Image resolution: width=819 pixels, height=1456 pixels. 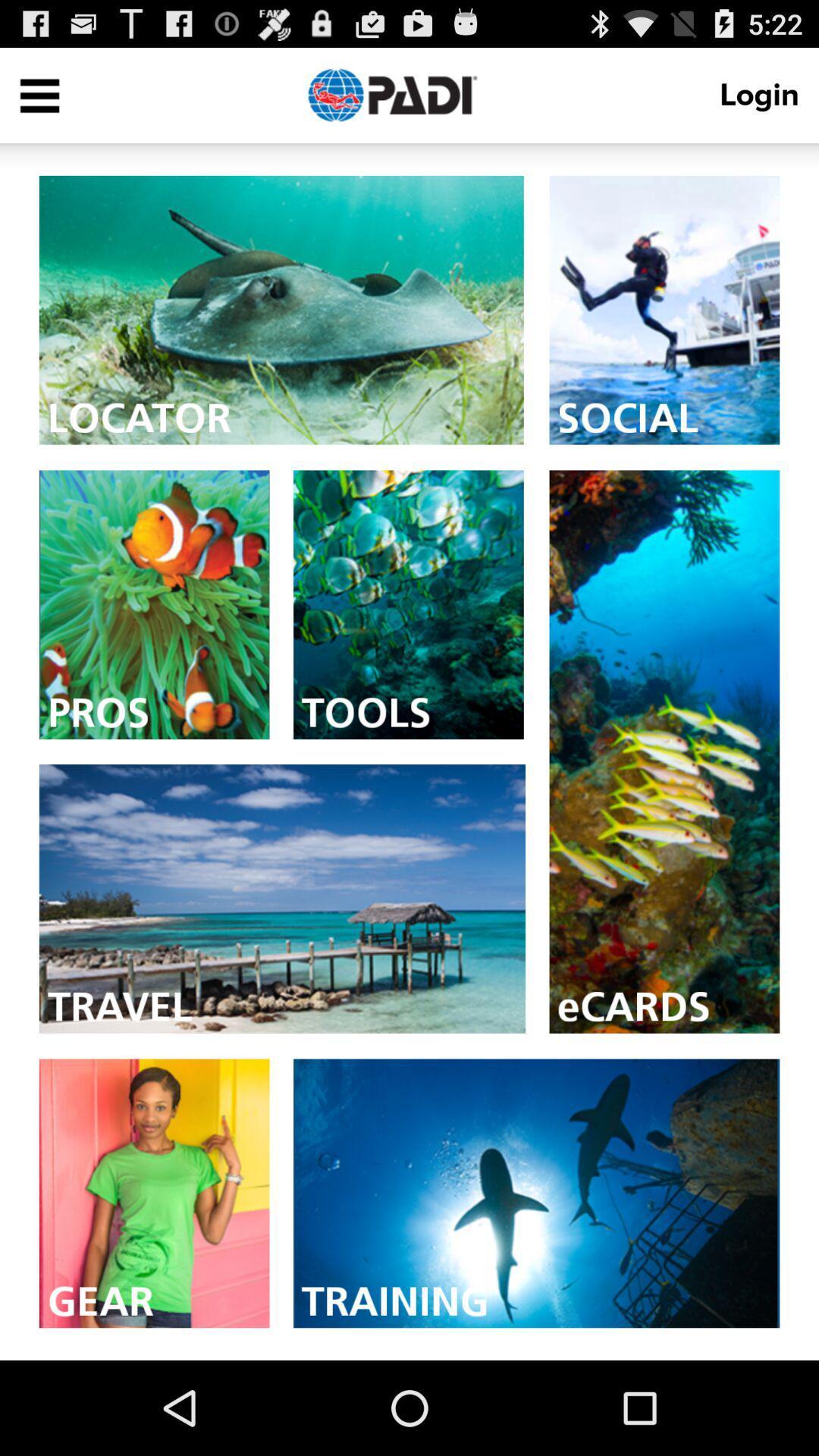 I want to click on tools, so click(x=407, y=604).